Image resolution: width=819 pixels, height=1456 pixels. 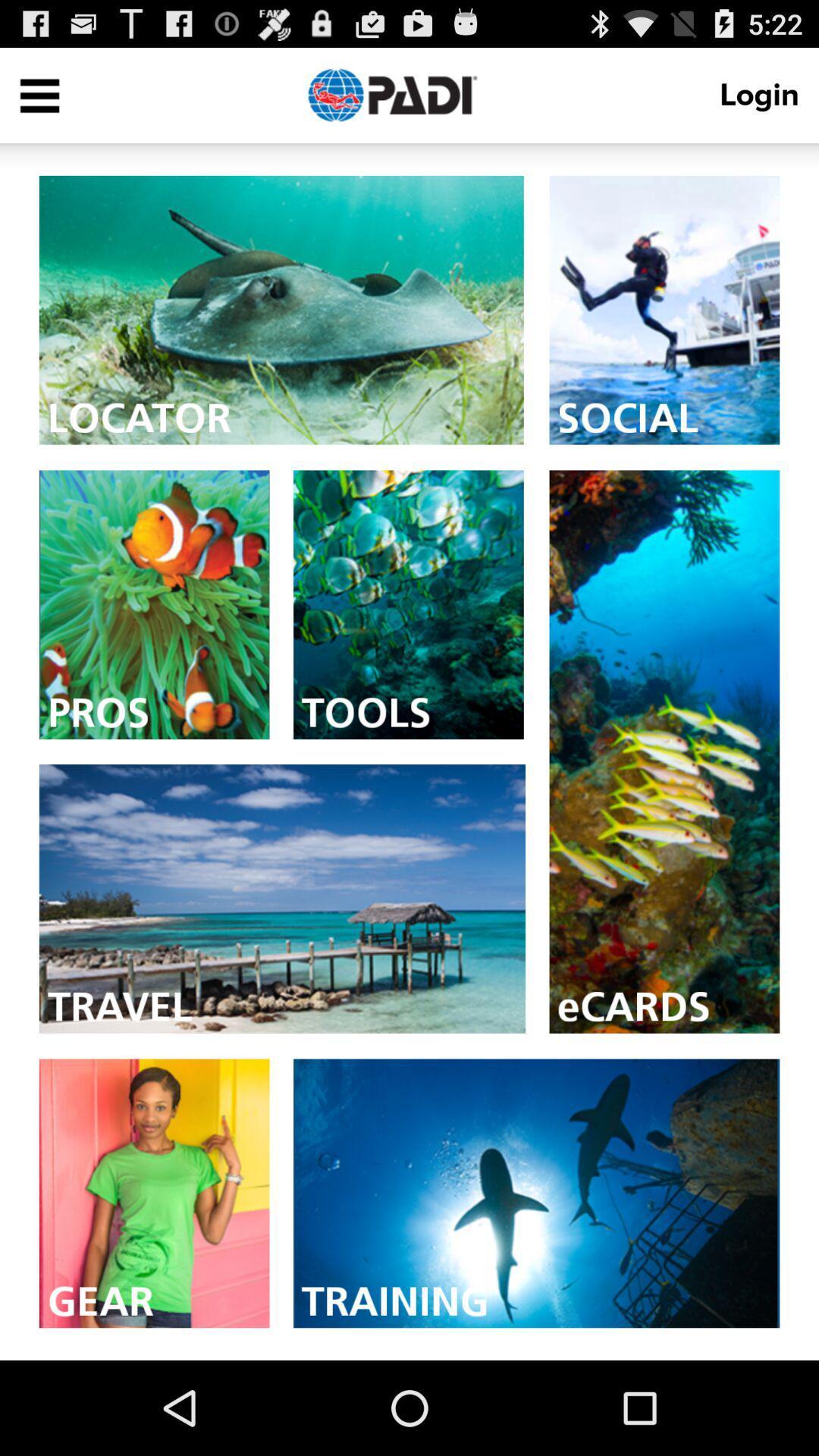 I want to click on tools, so click(x=407, y=604).